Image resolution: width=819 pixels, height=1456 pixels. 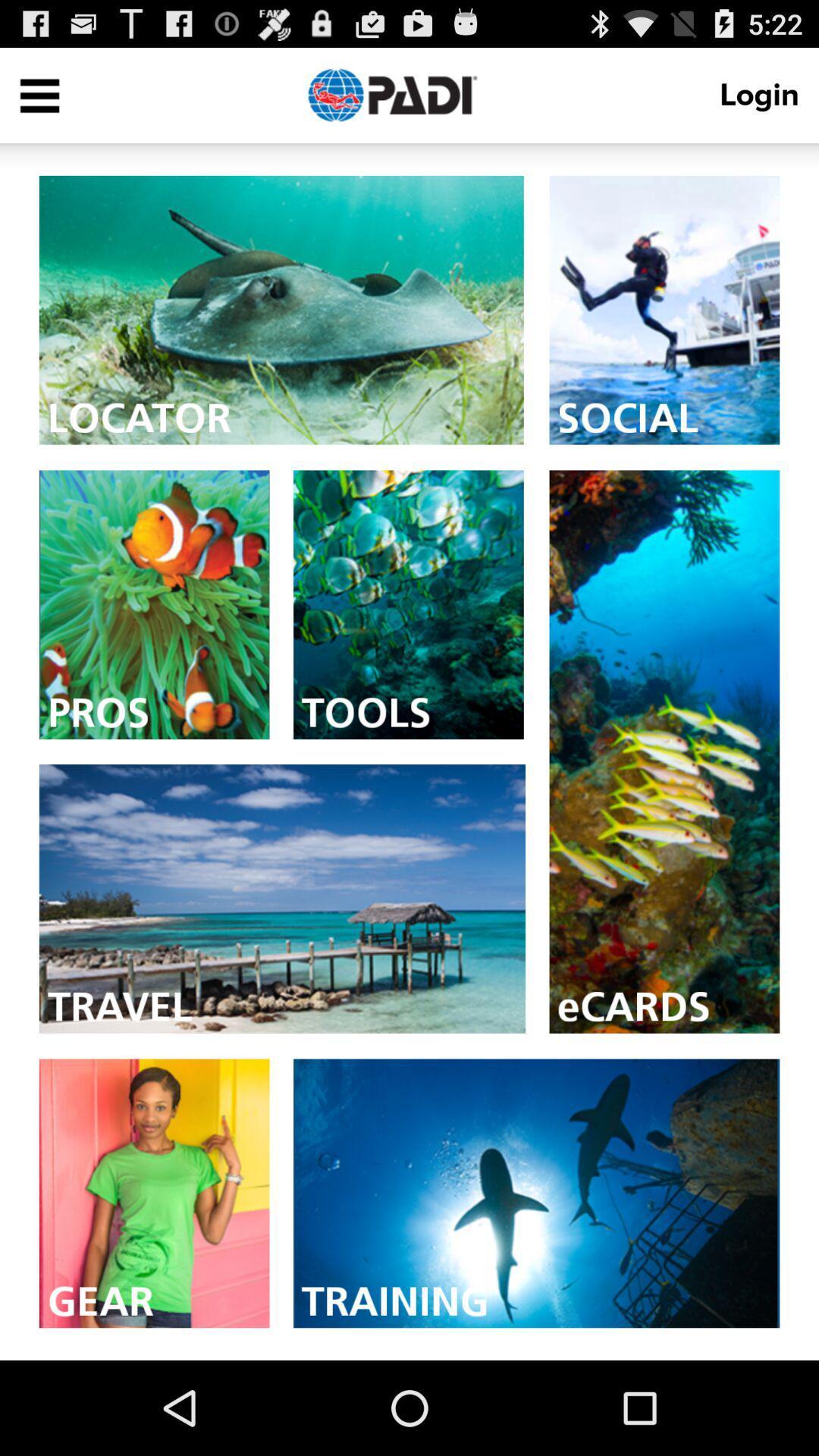 I want to click on tools, so click(x=407, y=604).